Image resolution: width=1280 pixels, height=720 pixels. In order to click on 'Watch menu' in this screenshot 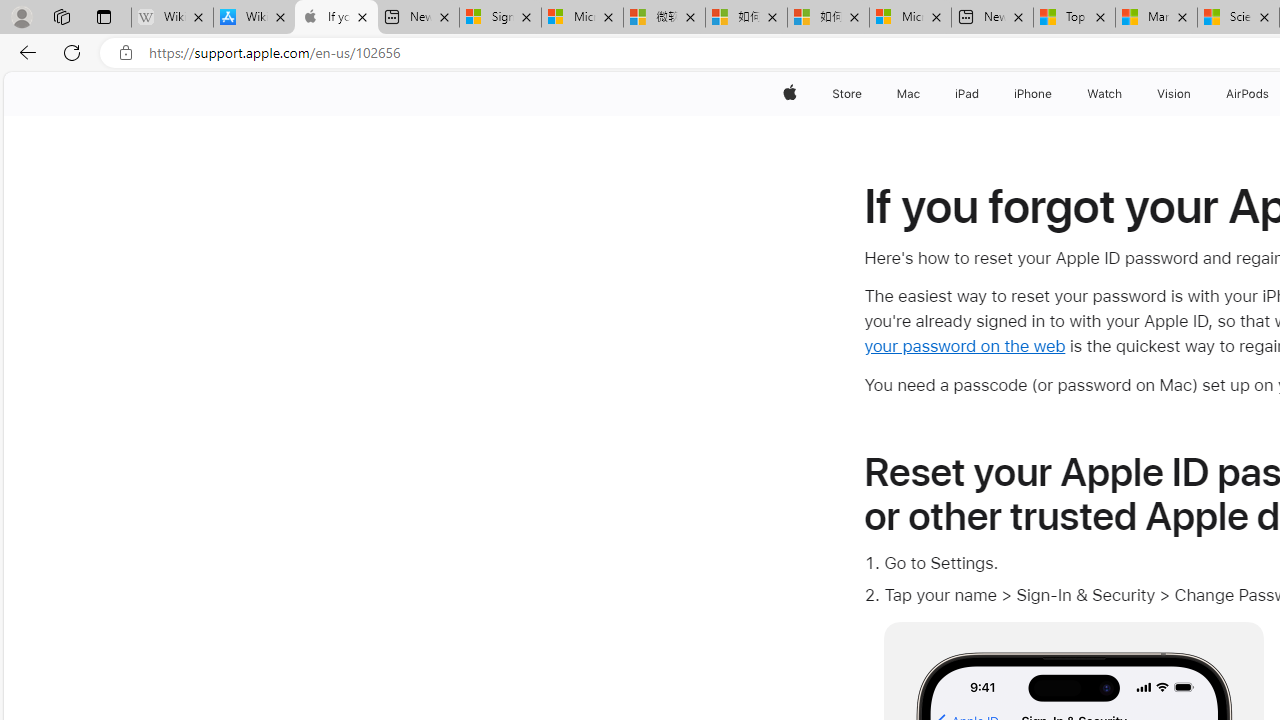, I will do `click(1126, 93)`.